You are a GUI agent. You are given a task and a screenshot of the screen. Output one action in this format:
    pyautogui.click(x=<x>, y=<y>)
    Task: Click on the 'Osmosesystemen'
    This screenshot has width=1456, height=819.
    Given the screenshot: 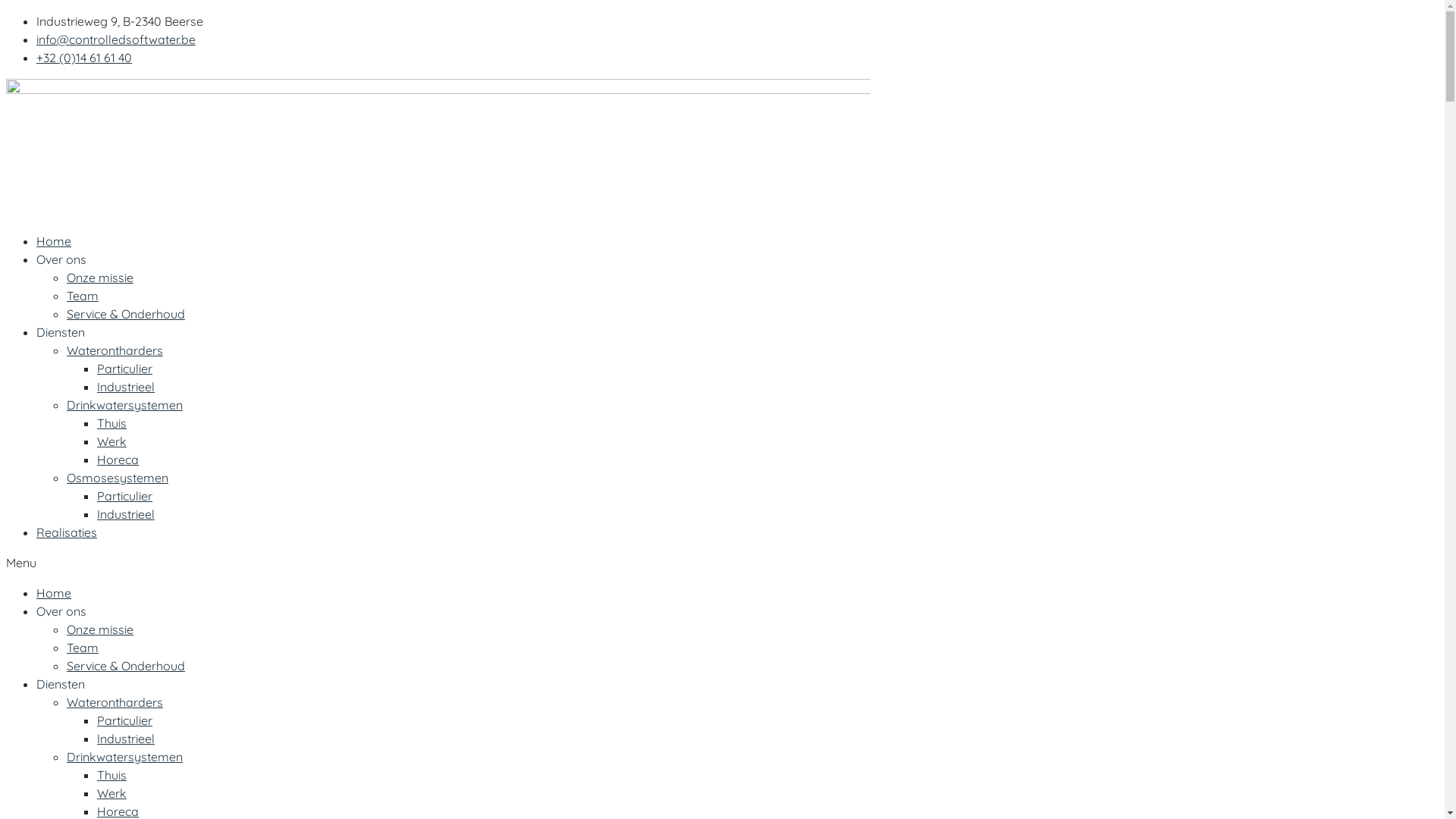 What is the action you would take?
    pyautogui.click(x=116, y=476)
    